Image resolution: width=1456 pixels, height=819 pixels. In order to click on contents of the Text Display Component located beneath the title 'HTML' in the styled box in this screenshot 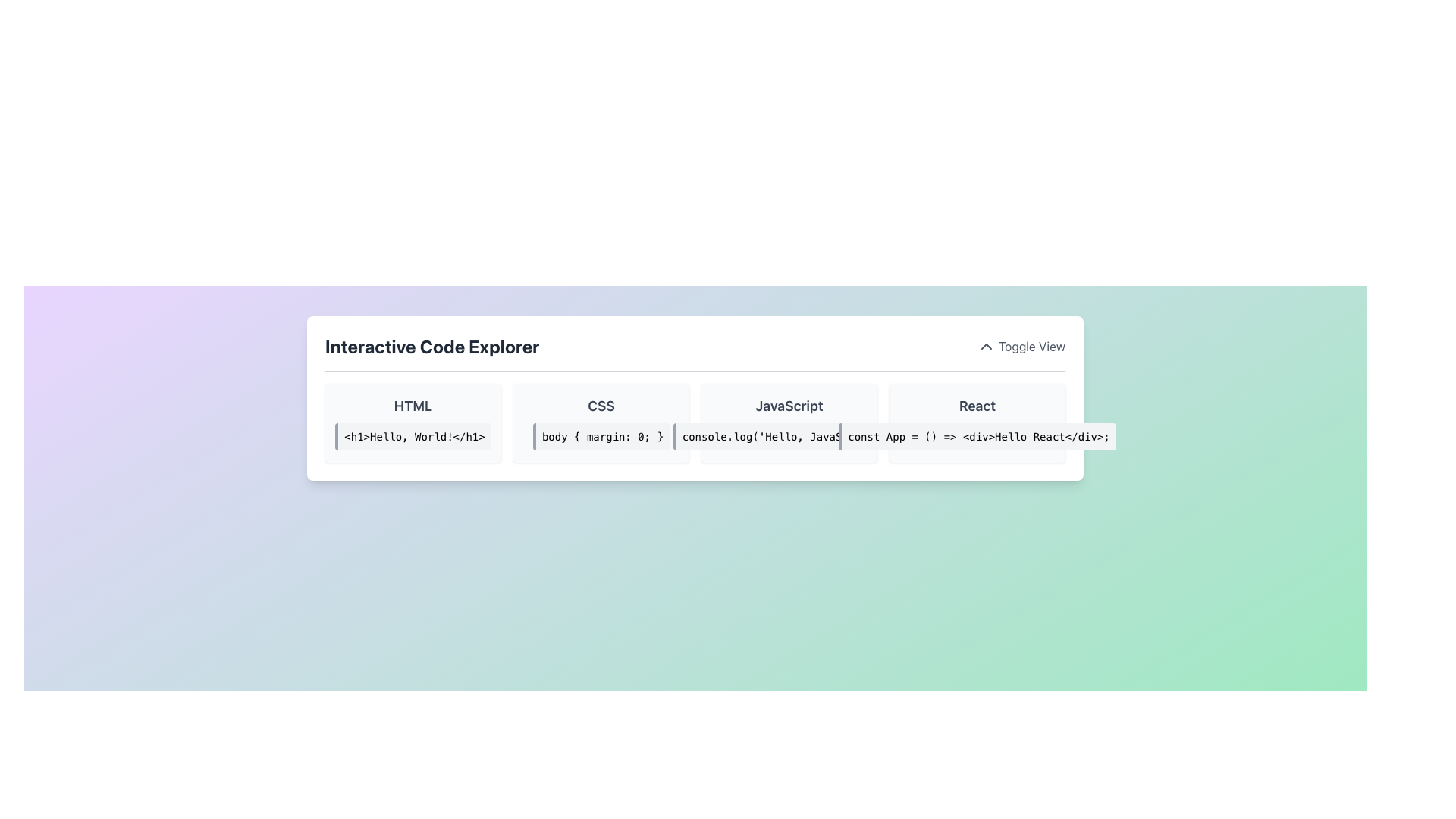, I will do `click(413, 436)`.